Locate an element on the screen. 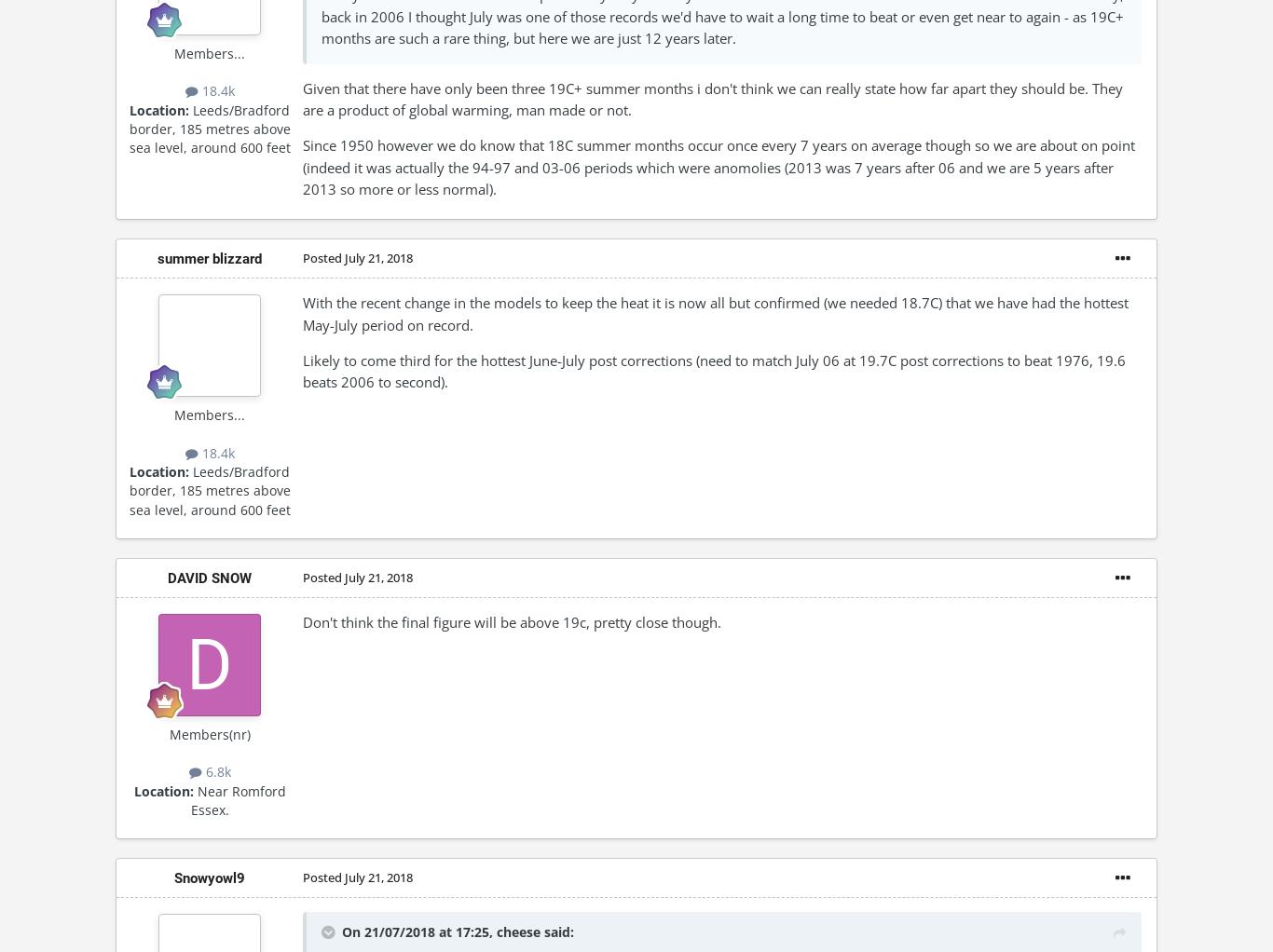 Image resolution: width=1273 pixels, height=952 pixels. 'On 21/07/2018 at 17:25,' is located at coordinates (341, 932).